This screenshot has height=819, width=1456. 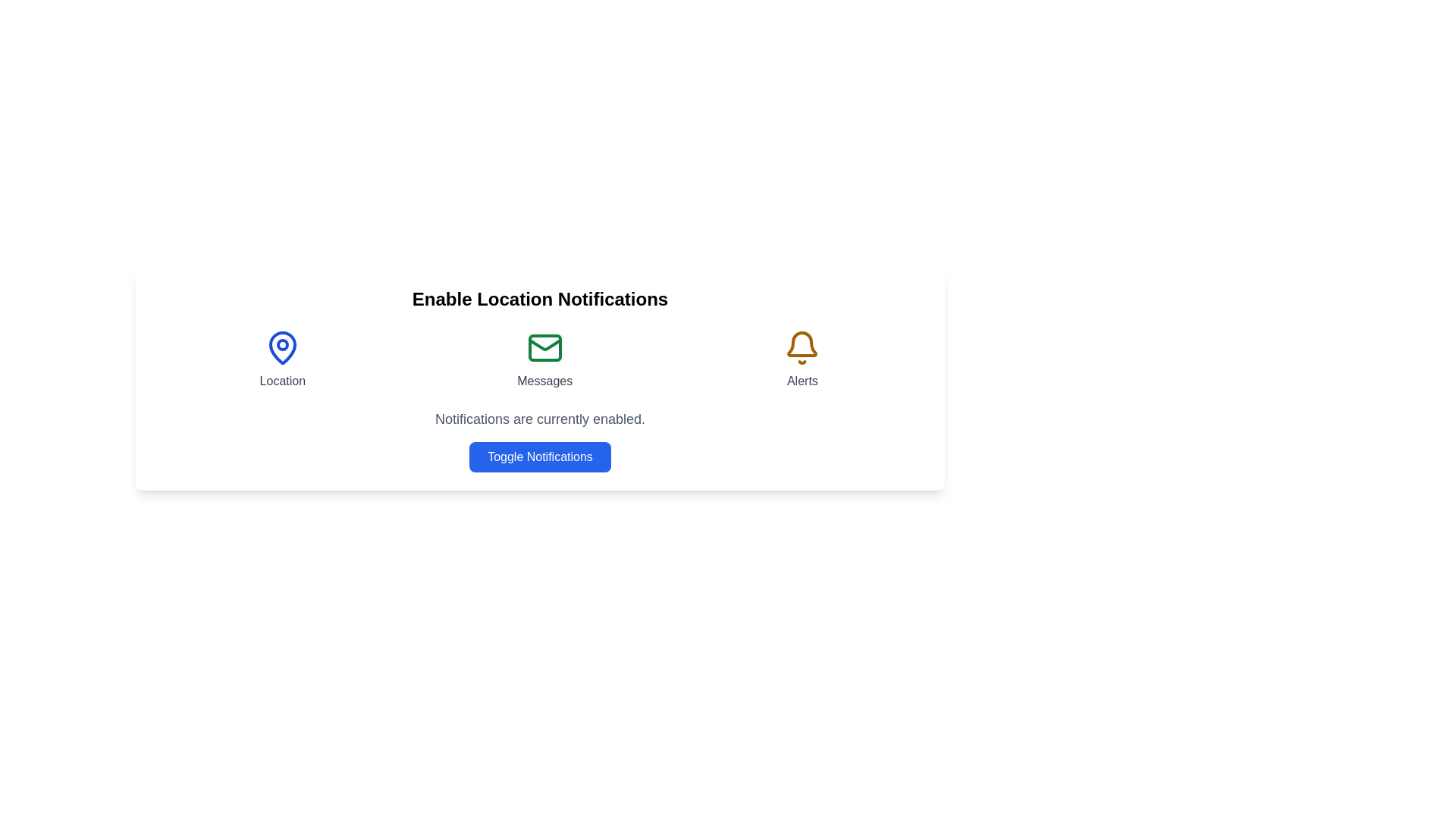 I want to click on the location services icon with label, which is the first item among three horizontally distributed siblings, so click(x=282, y=359).